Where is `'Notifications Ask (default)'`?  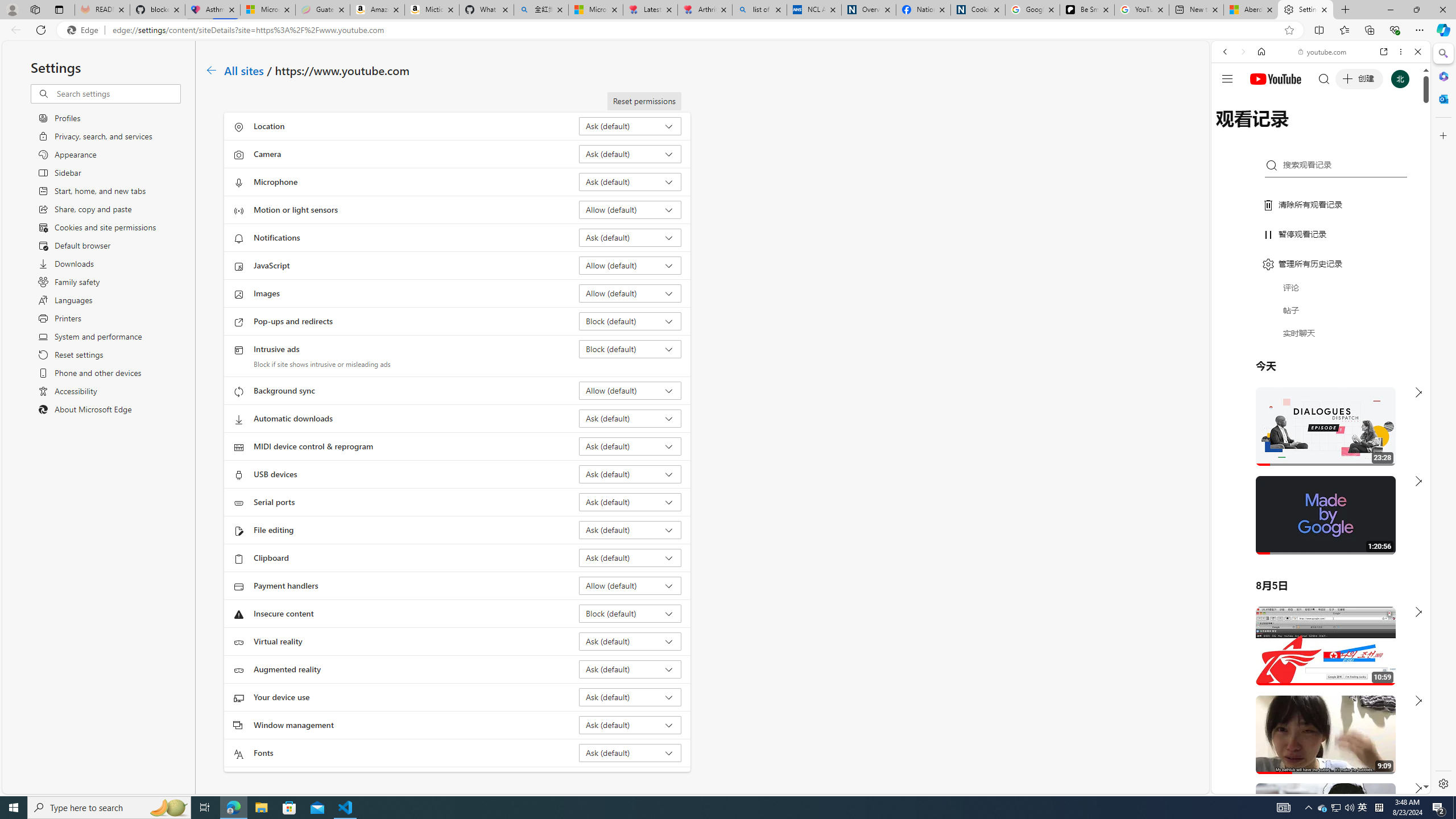
'Notifications Ask (default)' is located at coordinates (630, 237).